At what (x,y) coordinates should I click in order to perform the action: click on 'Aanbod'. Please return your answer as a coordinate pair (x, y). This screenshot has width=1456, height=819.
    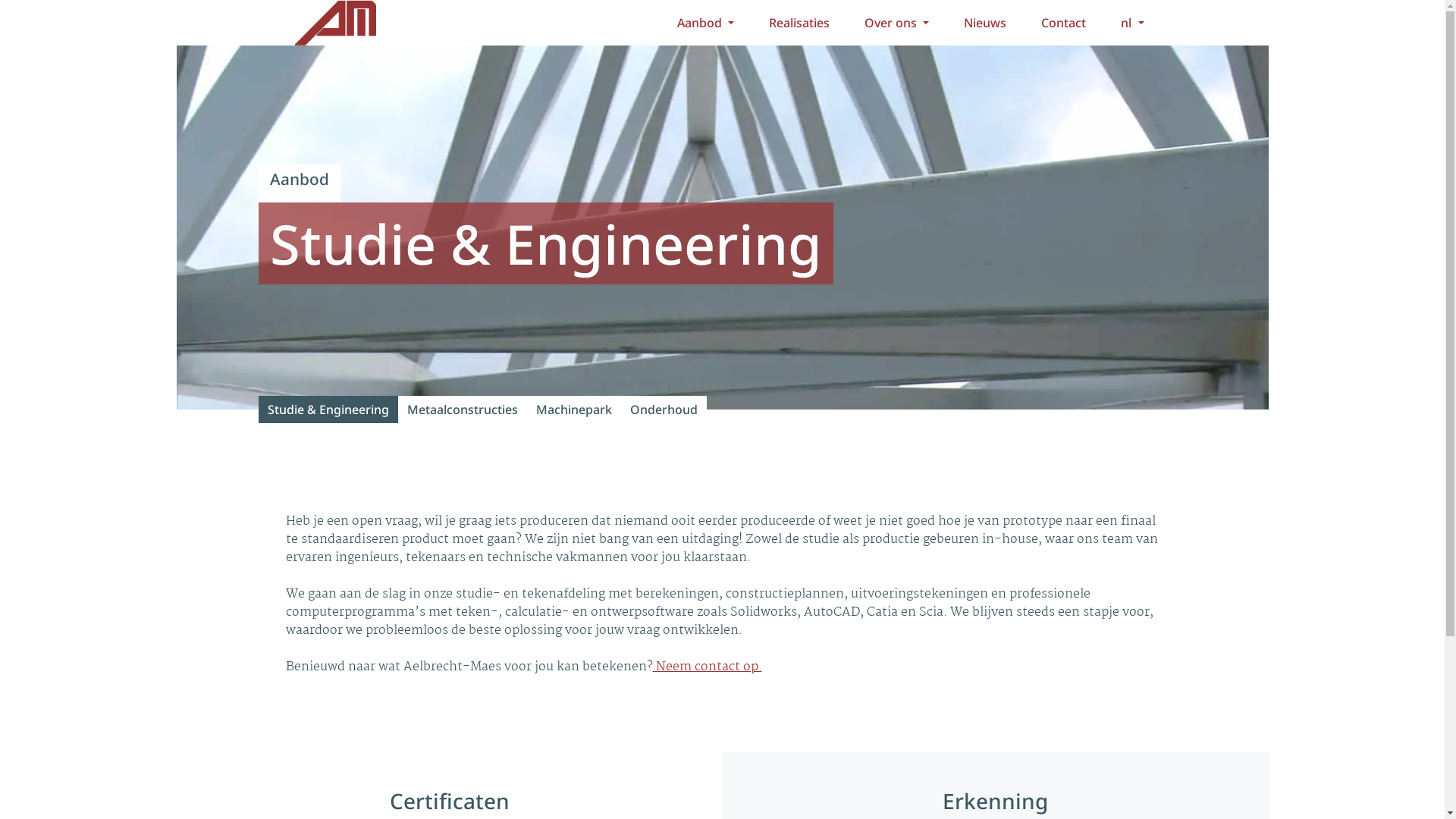
    Looking at the image, I should click on (704, 23).